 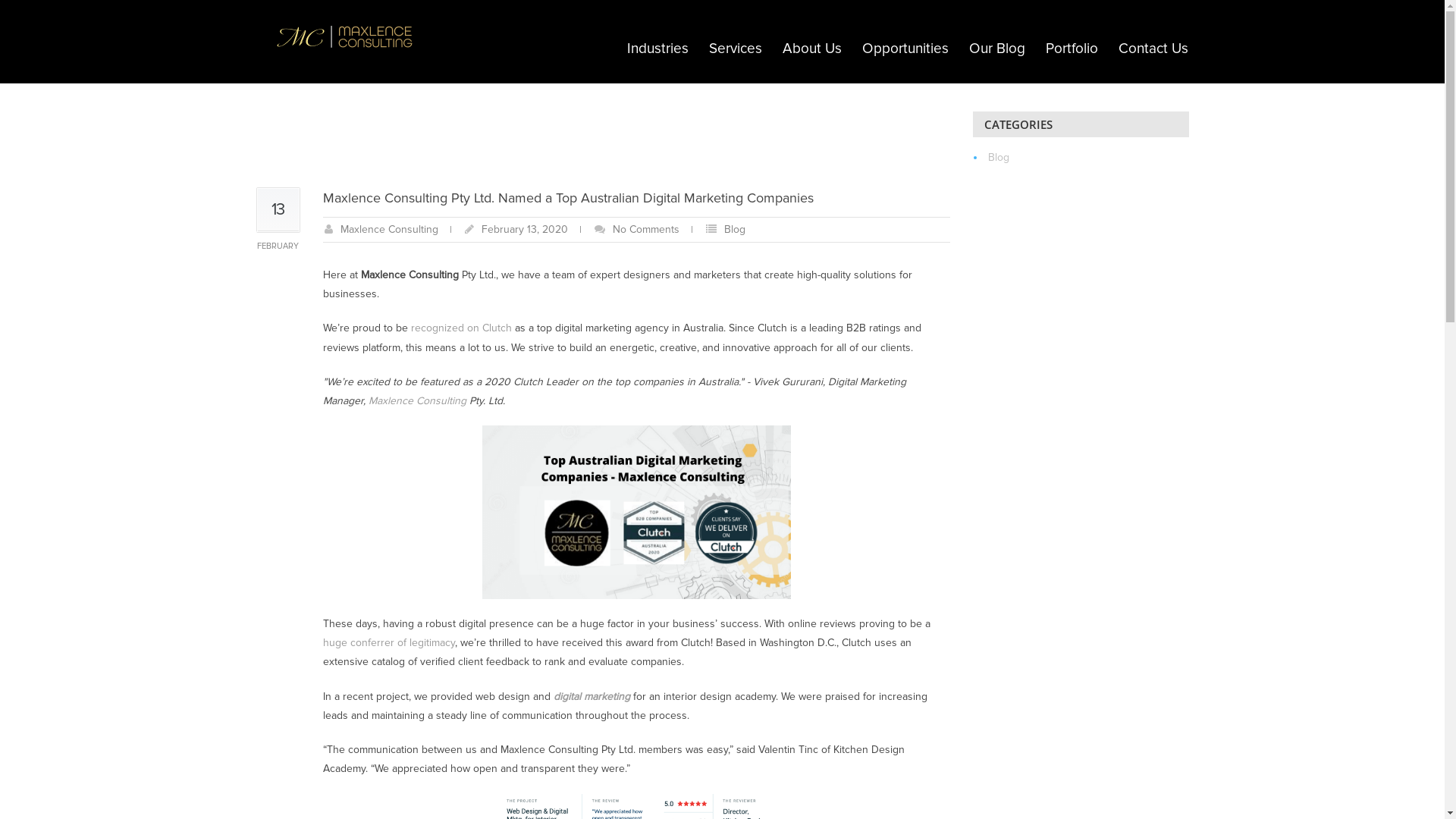 What do you see at coordinates (657, 48) in the screenshot?
I see `'Industries'` at bounding box center [657, 48].